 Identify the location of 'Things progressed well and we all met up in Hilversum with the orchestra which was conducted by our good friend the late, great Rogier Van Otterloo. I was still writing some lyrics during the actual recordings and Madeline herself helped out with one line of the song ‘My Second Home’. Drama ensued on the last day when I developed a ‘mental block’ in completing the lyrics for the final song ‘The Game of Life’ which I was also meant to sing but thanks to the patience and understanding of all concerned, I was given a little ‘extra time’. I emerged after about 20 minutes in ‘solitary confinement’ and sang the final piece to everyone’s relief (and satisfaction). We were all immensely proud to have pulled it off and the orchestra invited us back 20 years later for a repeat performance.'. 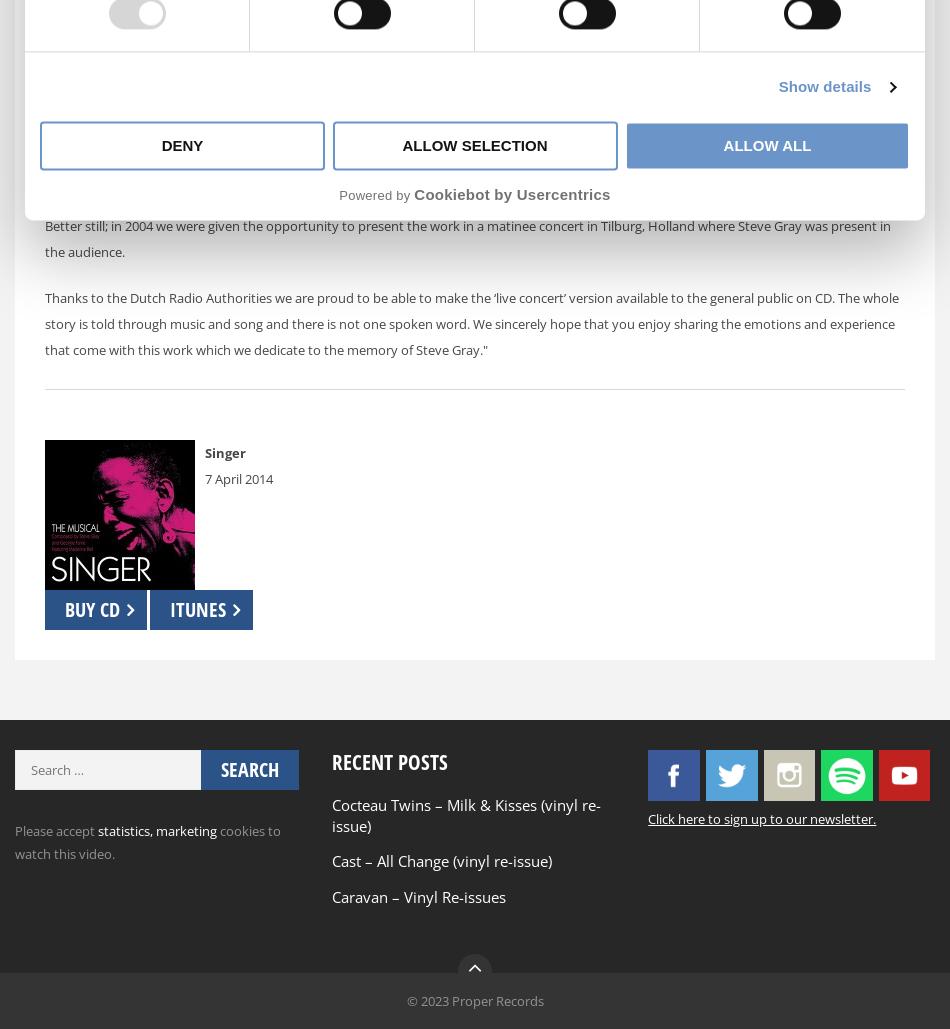
(470, 132).